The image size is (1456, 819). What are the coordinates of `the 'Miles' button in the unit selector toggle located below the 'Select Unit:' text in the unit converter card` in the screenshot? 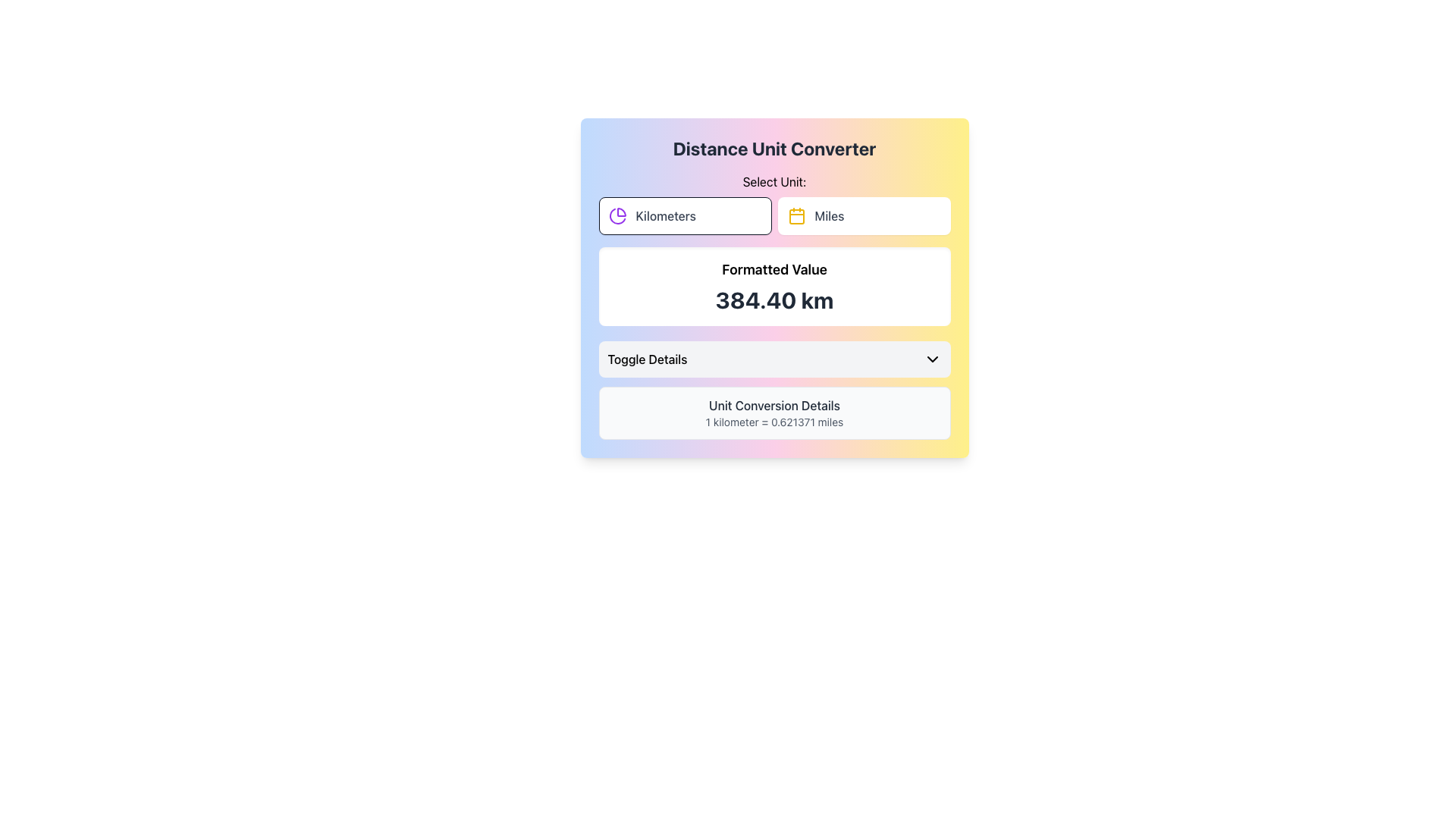 It's located at (774, 216).